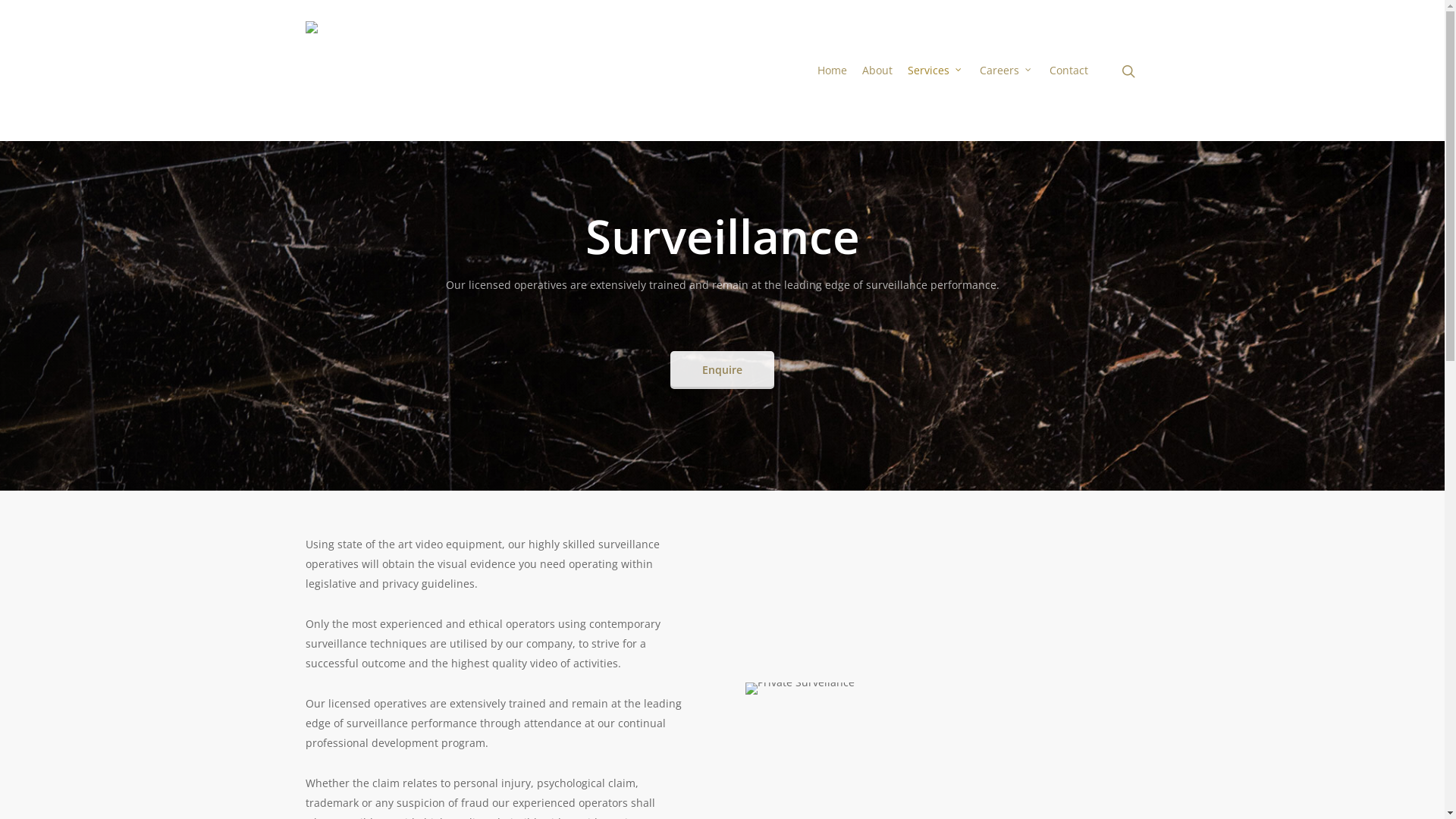 This screenshot has height=819, width=1456. Describe the element at coordinates (877, 70) in the screenshot. I see `'About'` at that location.